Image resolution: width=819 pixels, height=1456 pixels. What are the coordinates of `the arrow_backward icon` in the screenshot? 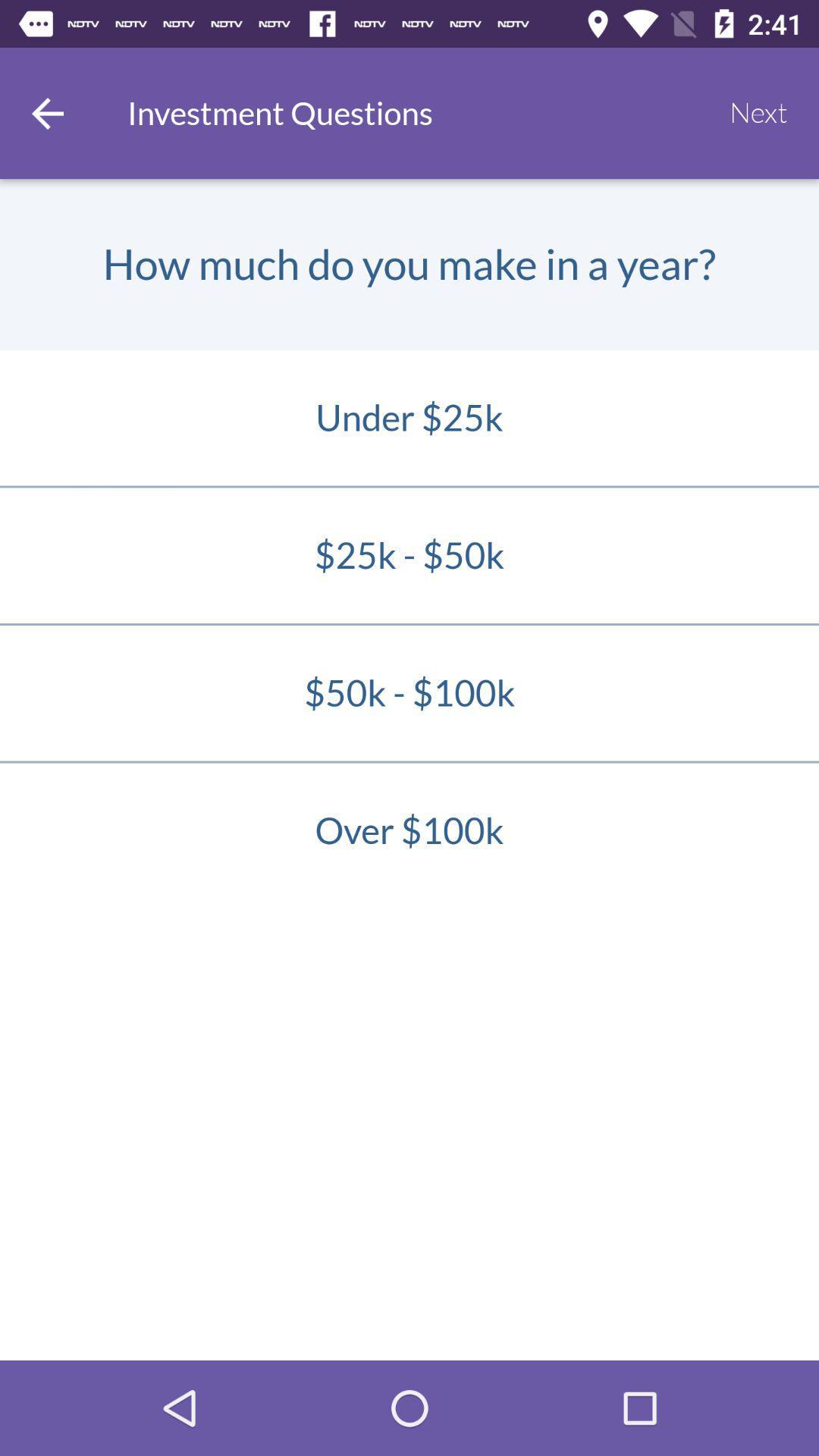 It's located at (46, 112).